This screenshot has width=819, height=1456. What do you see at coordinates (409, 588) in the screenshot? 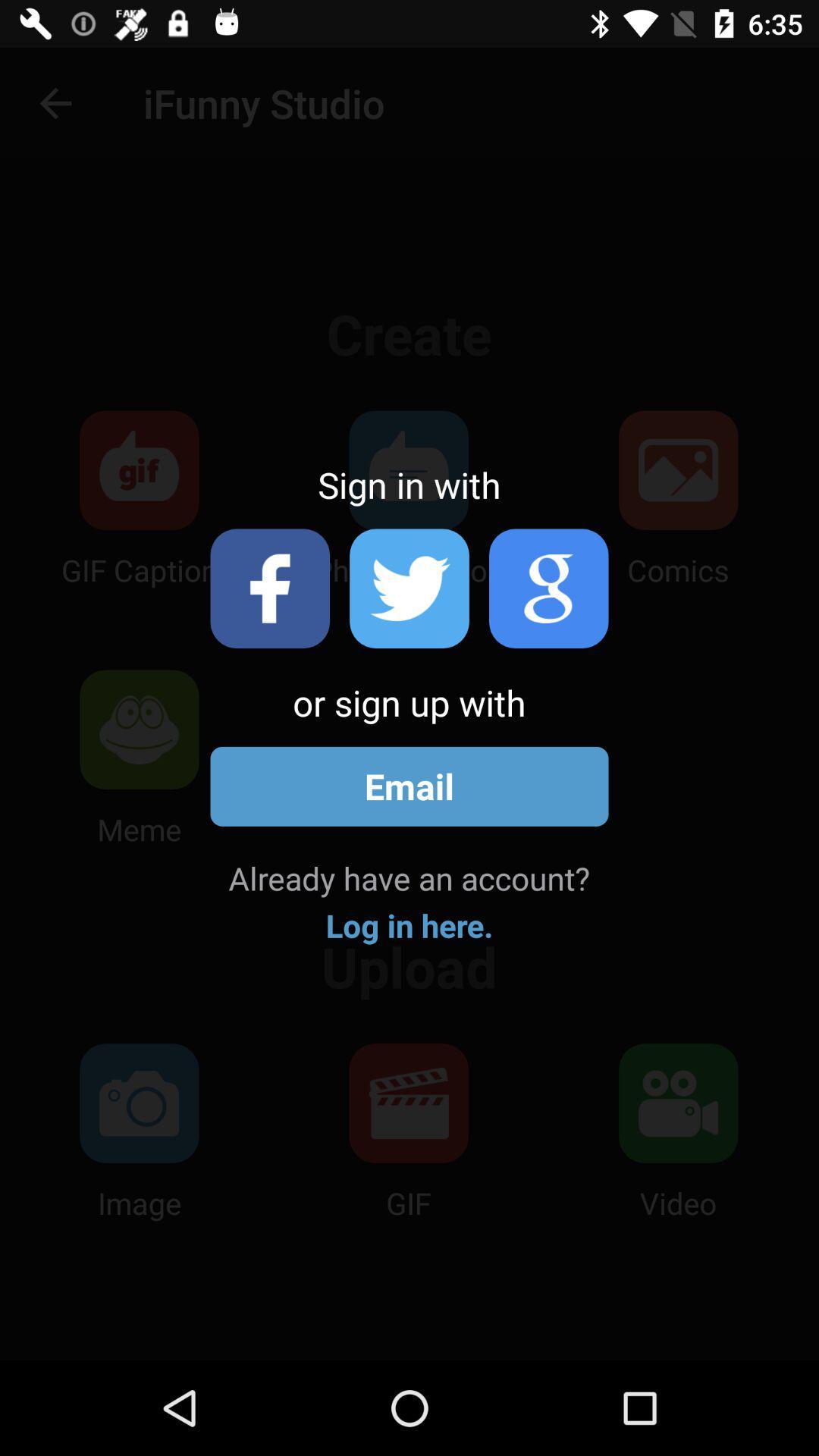
I see `the twitter icon` at bounding box center [409, 588].